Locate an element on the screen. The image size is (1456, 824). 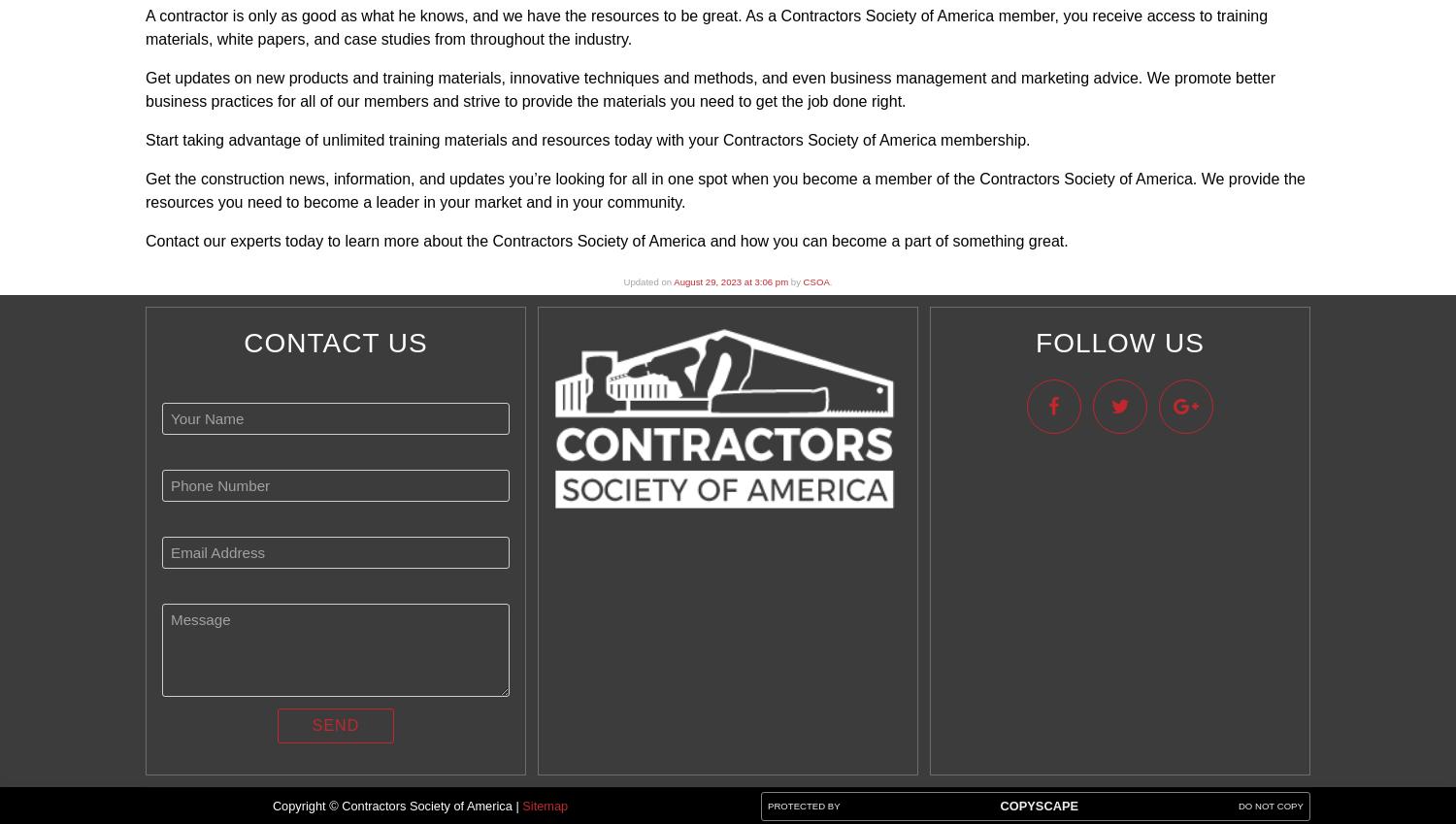
'August 29, 2023 at 3:06 pm' is located at coordinates (731, 280).